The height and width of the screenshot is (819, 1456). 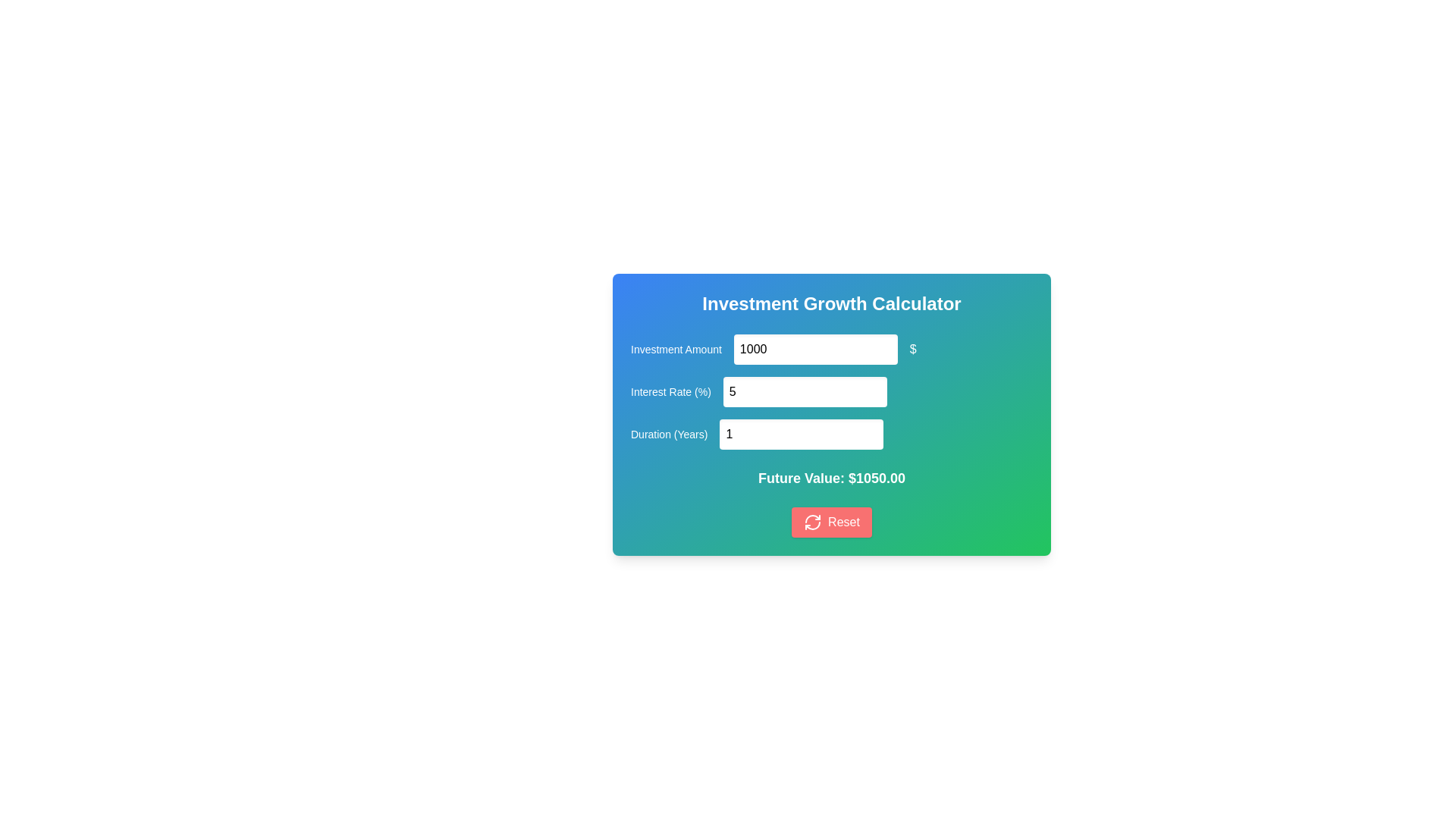 What do you see at coordinates (912, 350) in the screenshot?
I see `the static text element that indicates the currency for the 'Investment Amount' field, located immediately to the right of the numeric input box` at bounding box center [912, 350].